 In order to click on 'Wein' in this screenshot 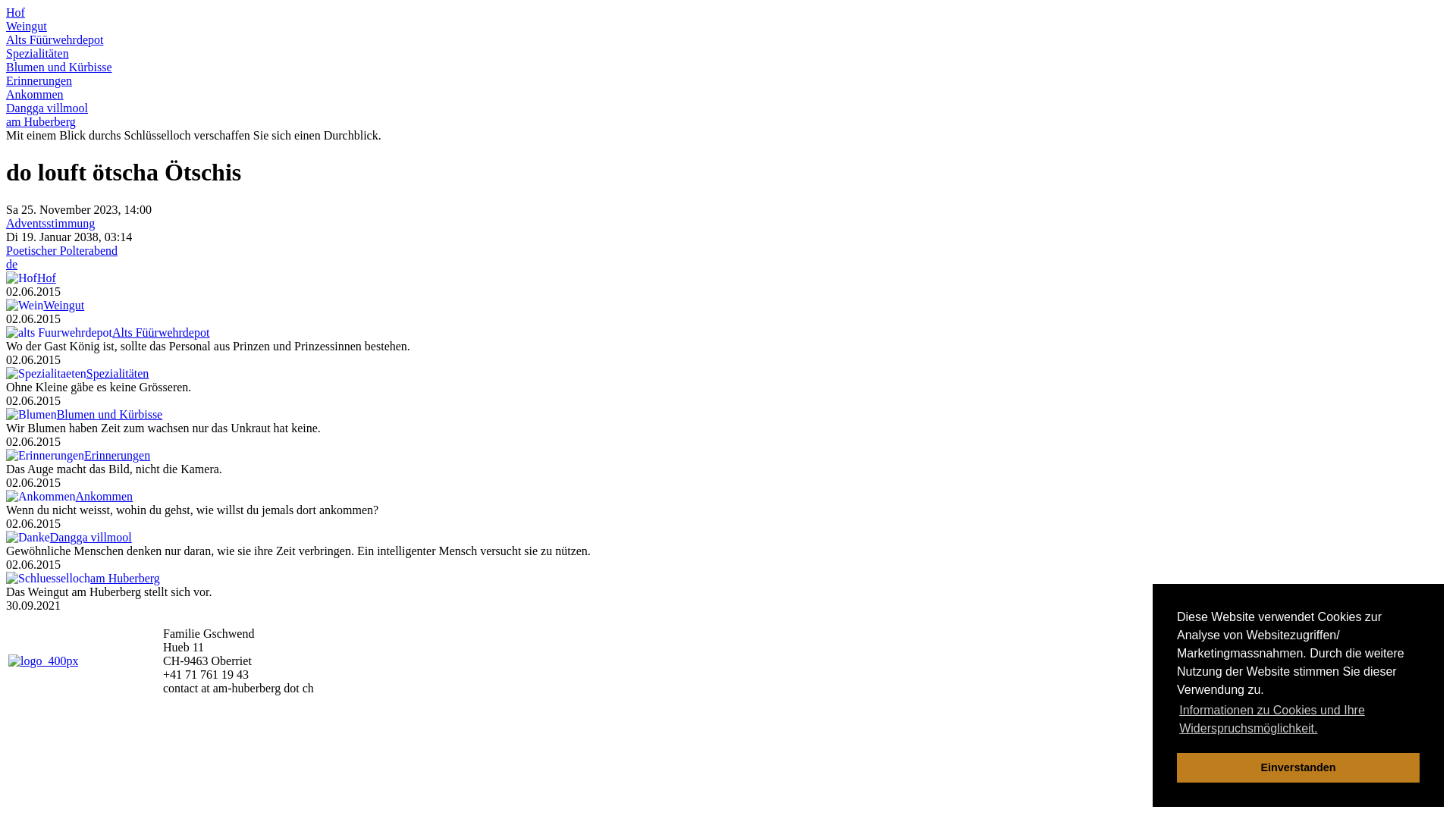, I will do `click(24, 305)`.